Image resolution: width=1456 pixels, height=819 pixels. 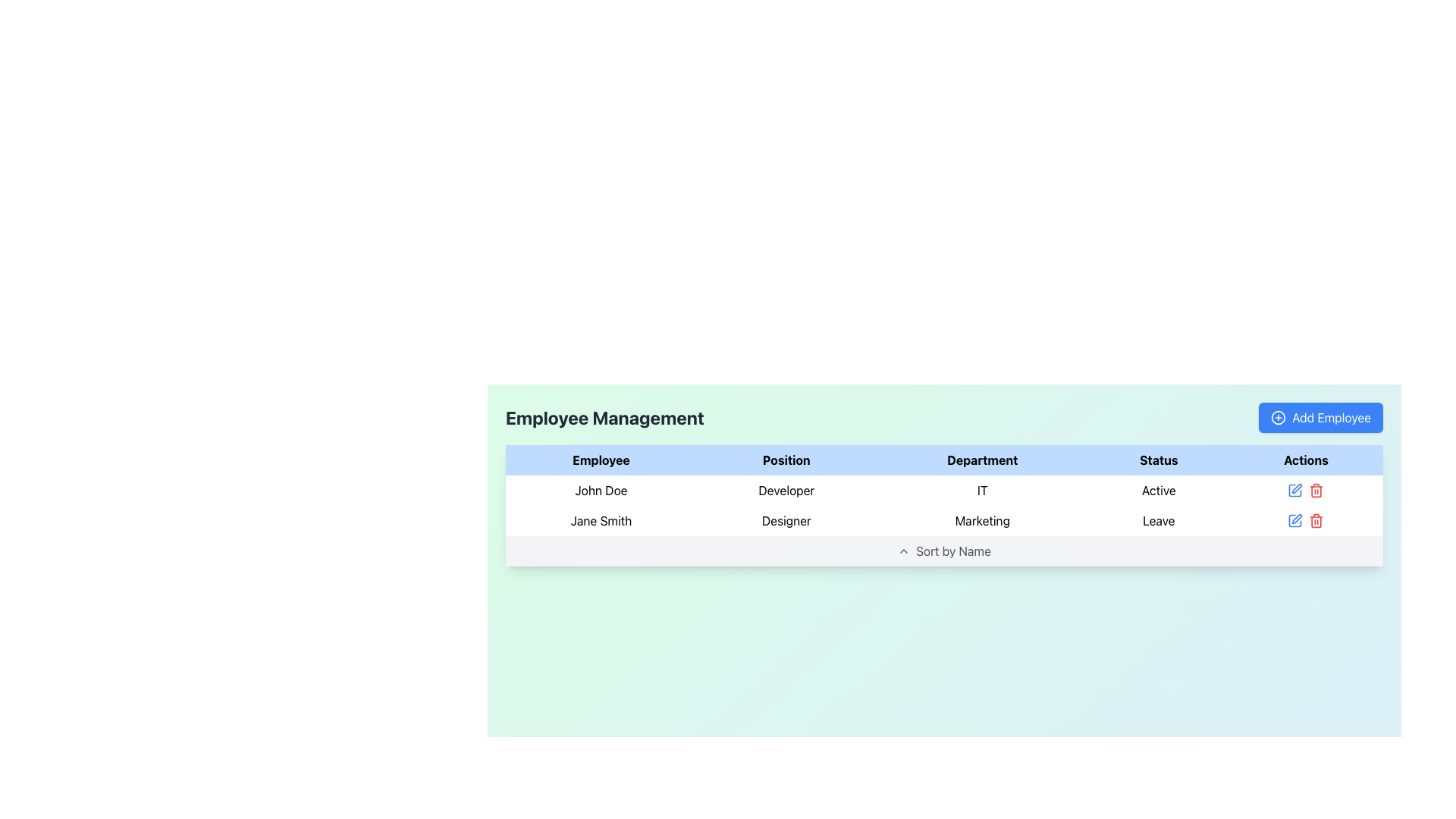 What do you see at coordinates (982, 519) in the screenshot?
I see `the text label displaying 'Marketing' in the 'Department' column of the table associated with 'Jane Smith'` at bounding box center [982, 519].